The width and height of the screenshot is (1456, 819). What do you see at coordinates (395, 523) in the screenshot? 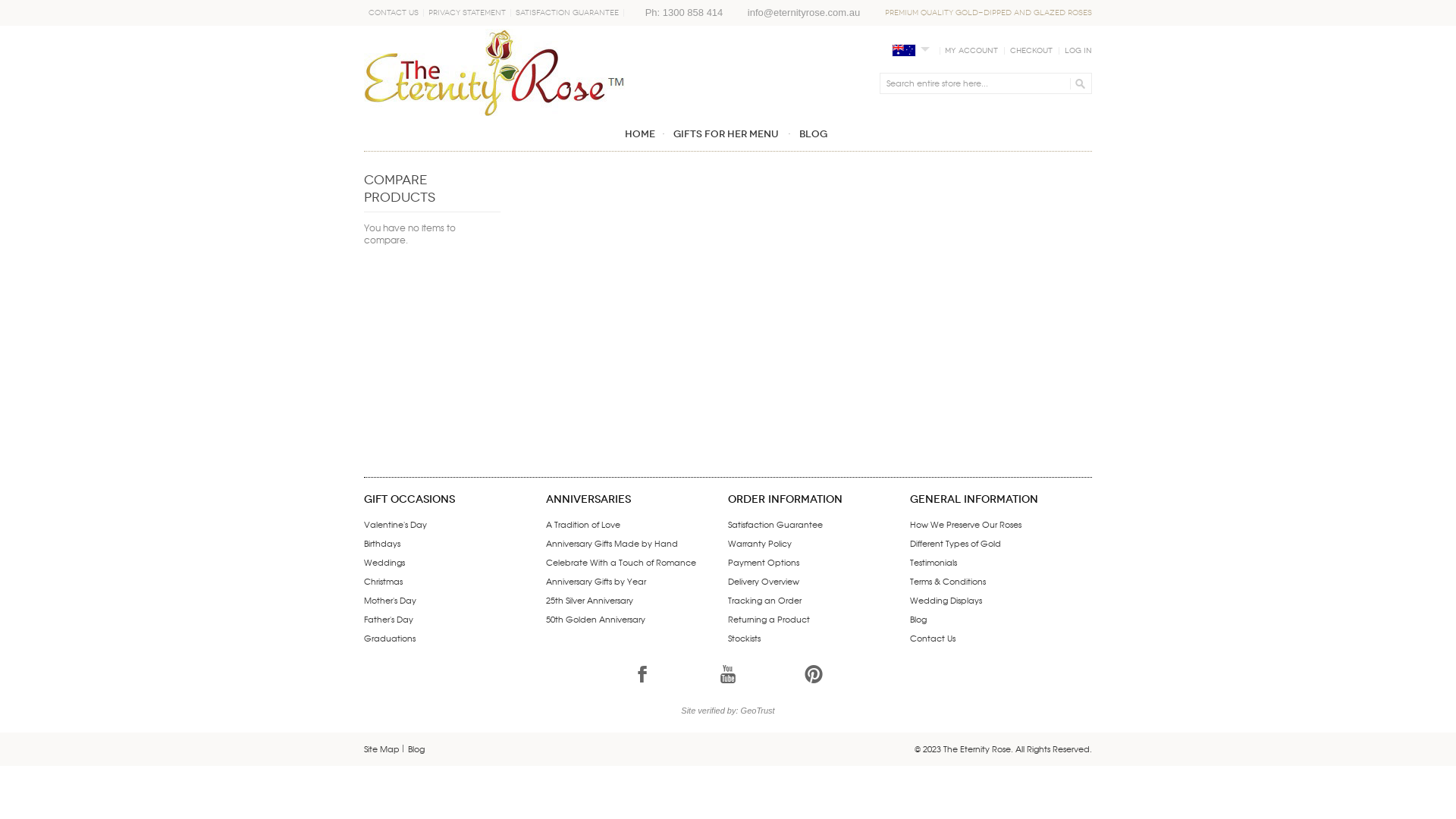
I see `'Valentine's Day'` at bounding box center [395, 523].